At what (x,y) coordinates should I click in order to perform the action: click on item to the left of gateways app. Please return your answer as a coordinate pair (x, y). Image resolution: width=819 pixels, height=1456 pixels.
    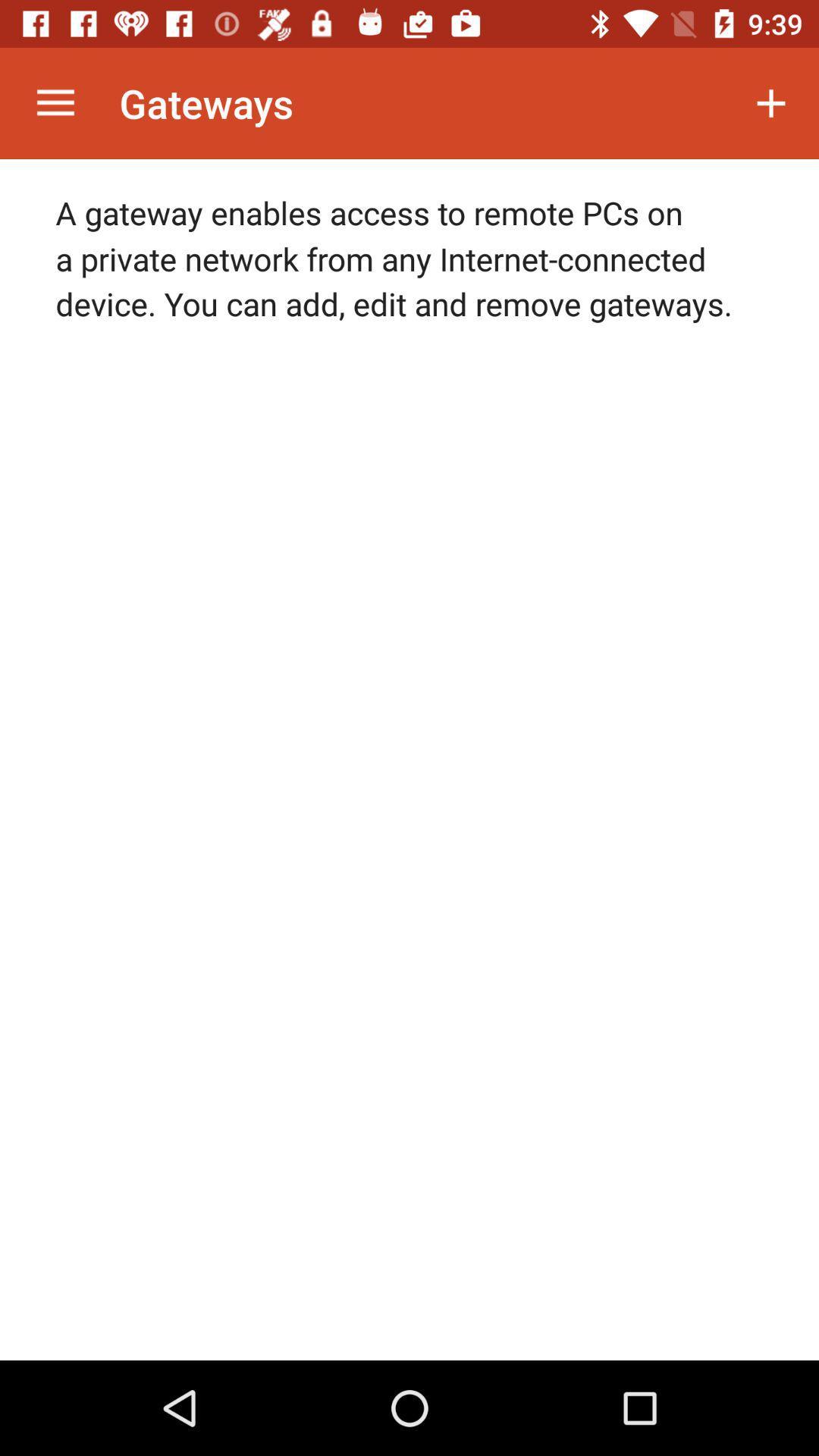
    Looking at the image, I should click on (55, 102).